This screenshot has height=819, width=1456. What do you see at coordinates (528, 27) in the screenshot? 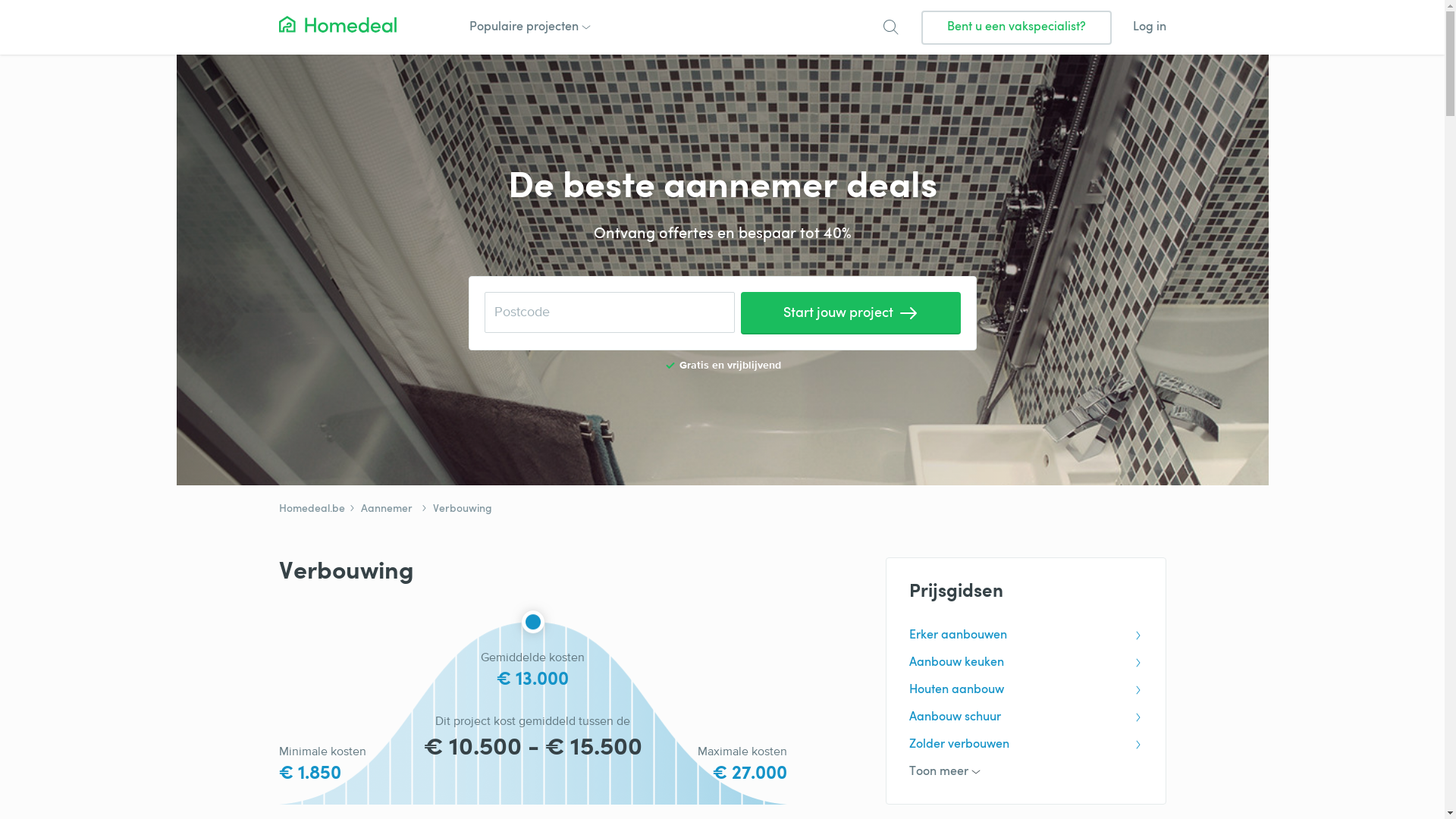
I see `'Populaire projecten'` at bounding box center [528, 27].